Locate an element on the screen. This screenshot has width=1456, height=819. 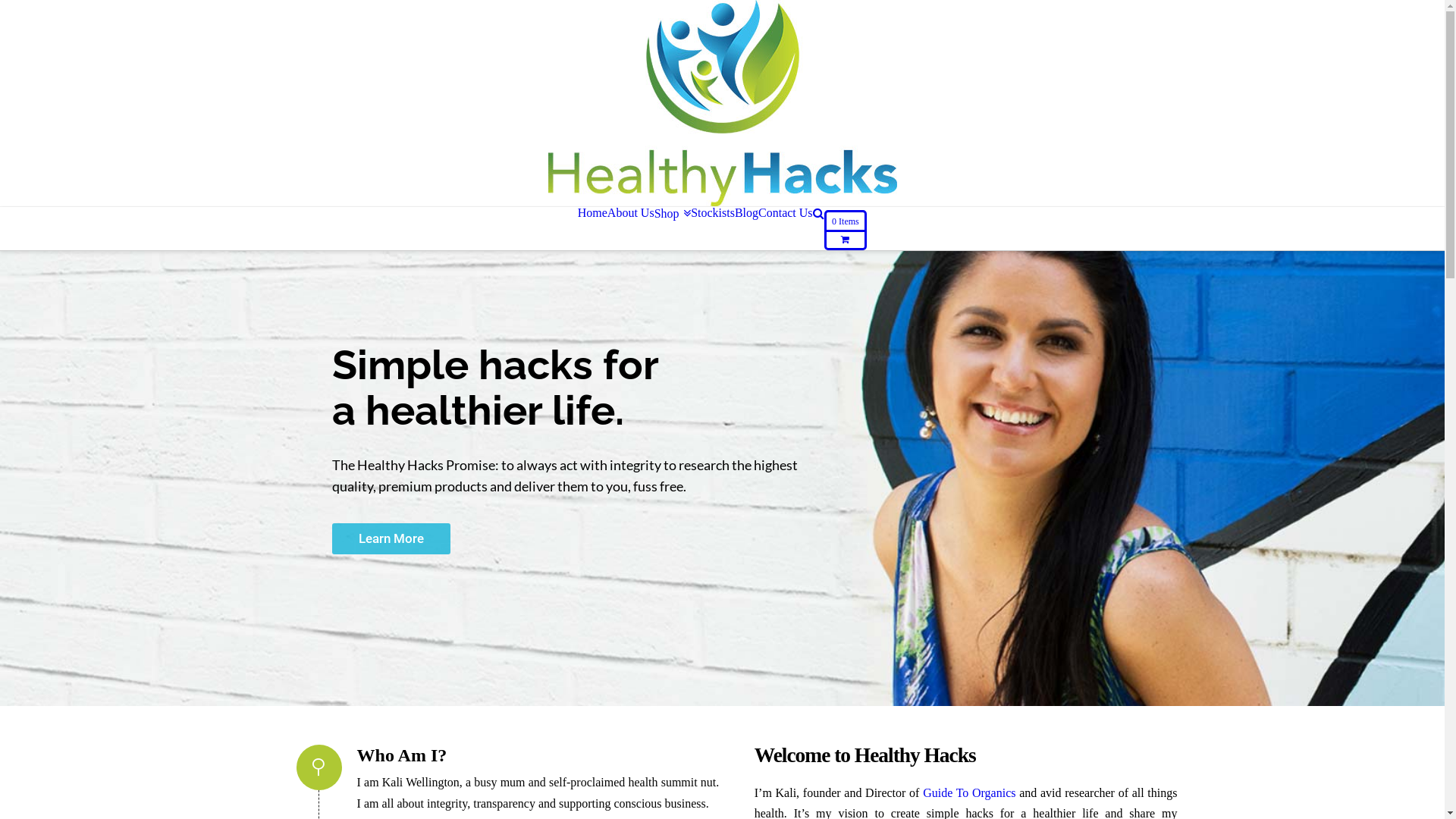
'Shop' is located at coordinates (654, 213).